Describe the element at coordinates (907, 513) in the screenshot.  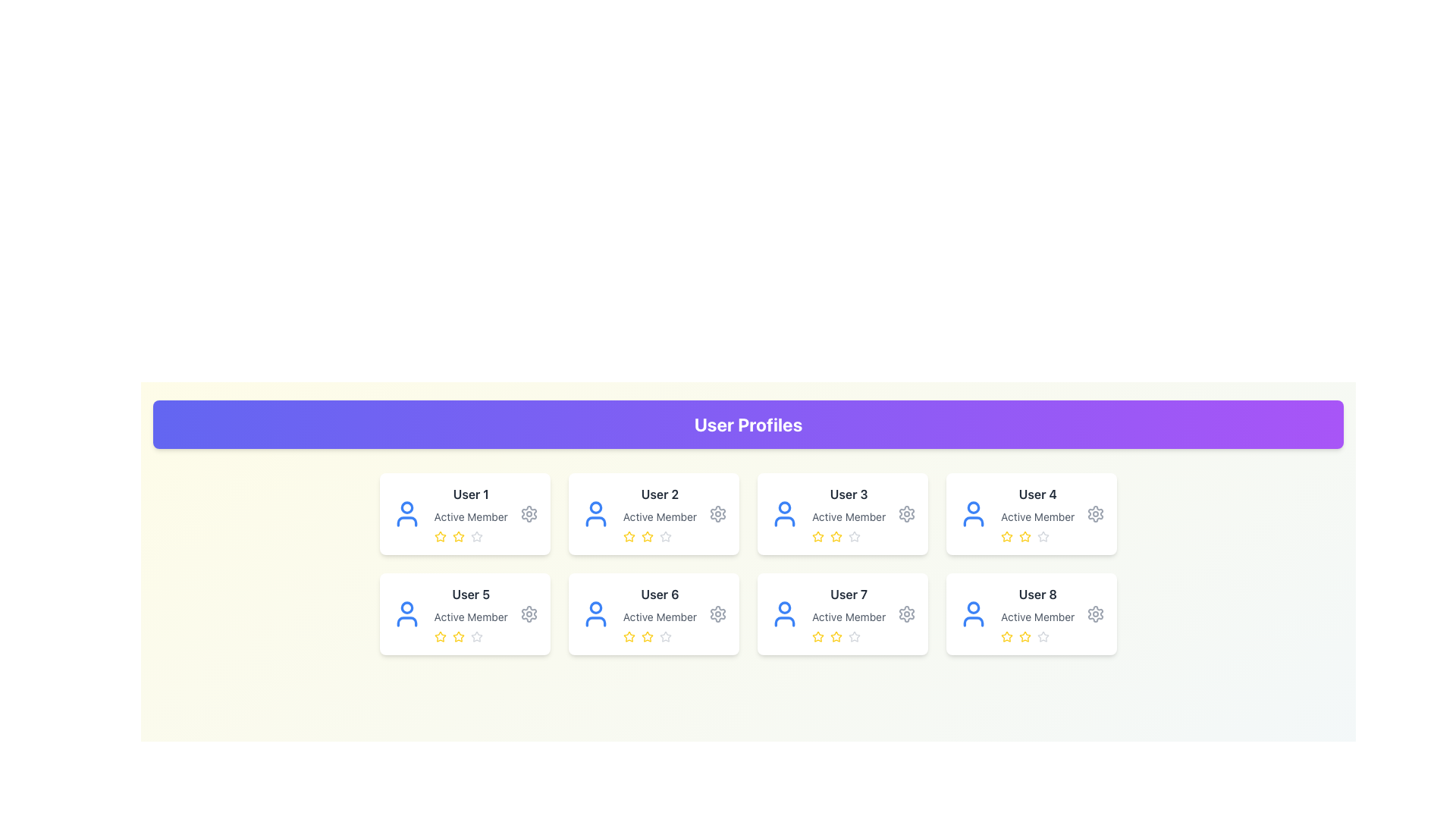
I see `the cogwheel icon in the top-right corner of the 'User 3' card` at that location.